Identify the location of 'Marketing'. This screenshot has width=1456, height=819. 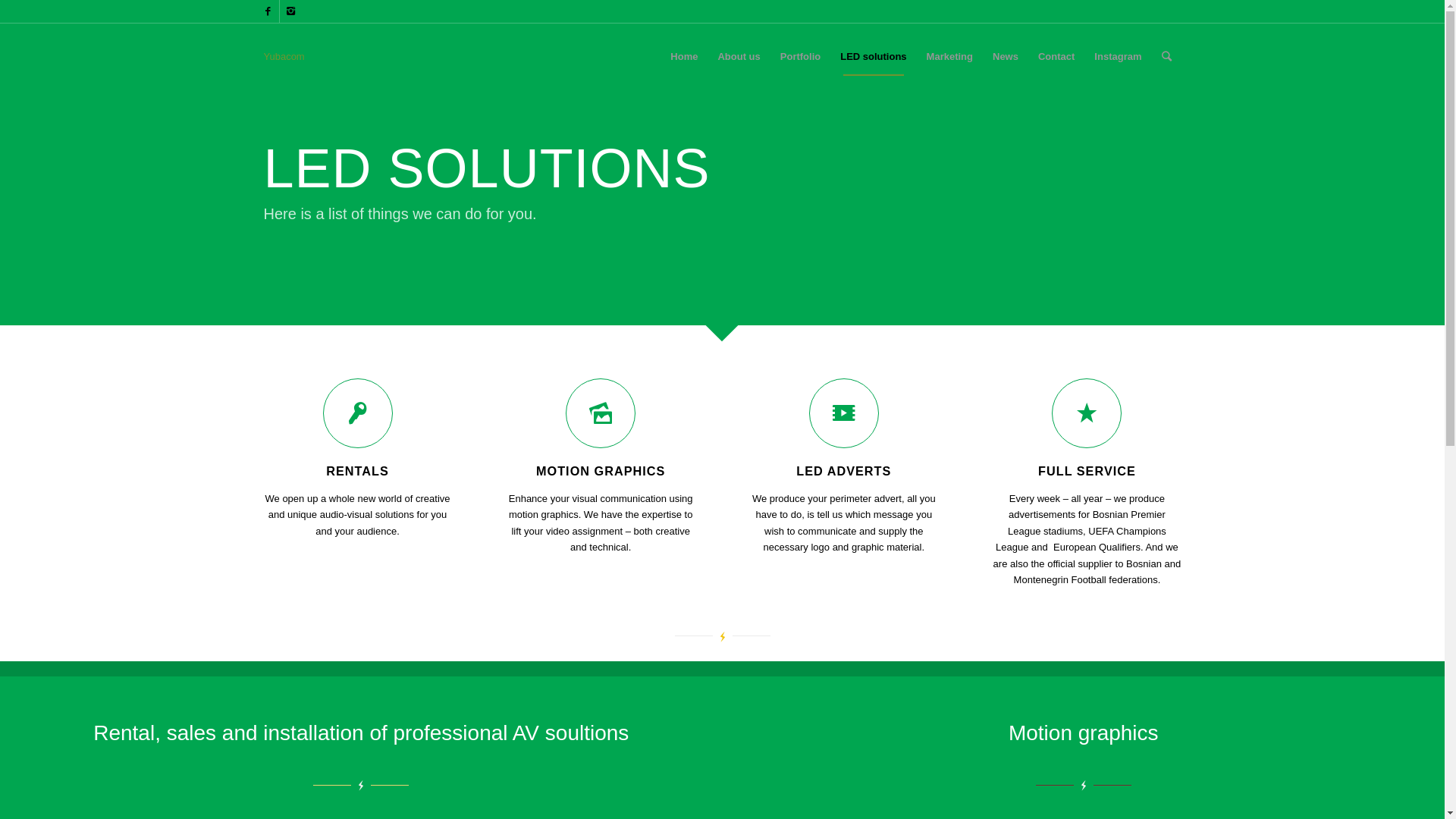
(949, 55).